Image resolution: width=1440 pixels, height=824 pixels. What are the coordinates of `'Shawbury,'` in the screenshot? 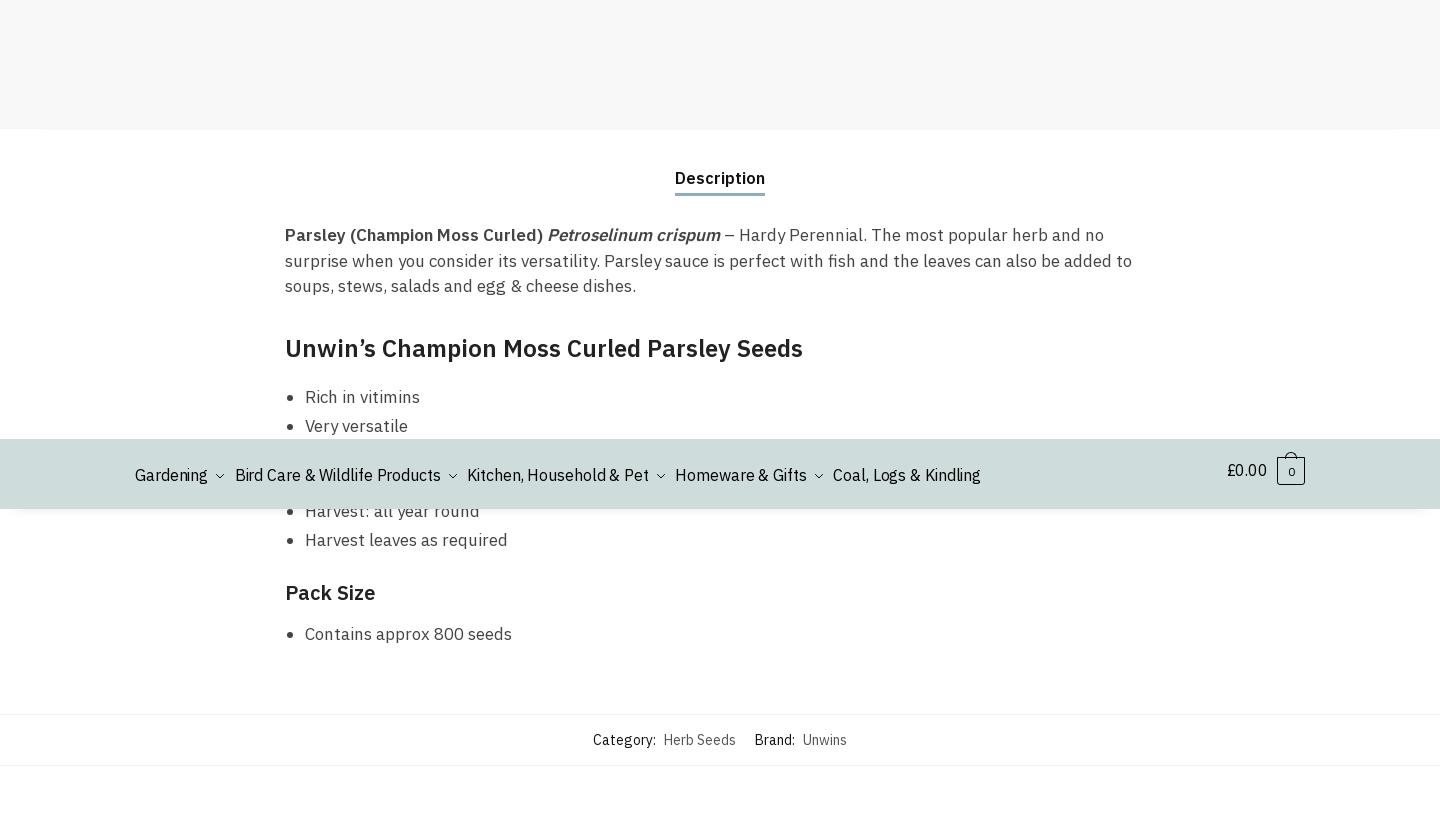 It's located at (170, 191).